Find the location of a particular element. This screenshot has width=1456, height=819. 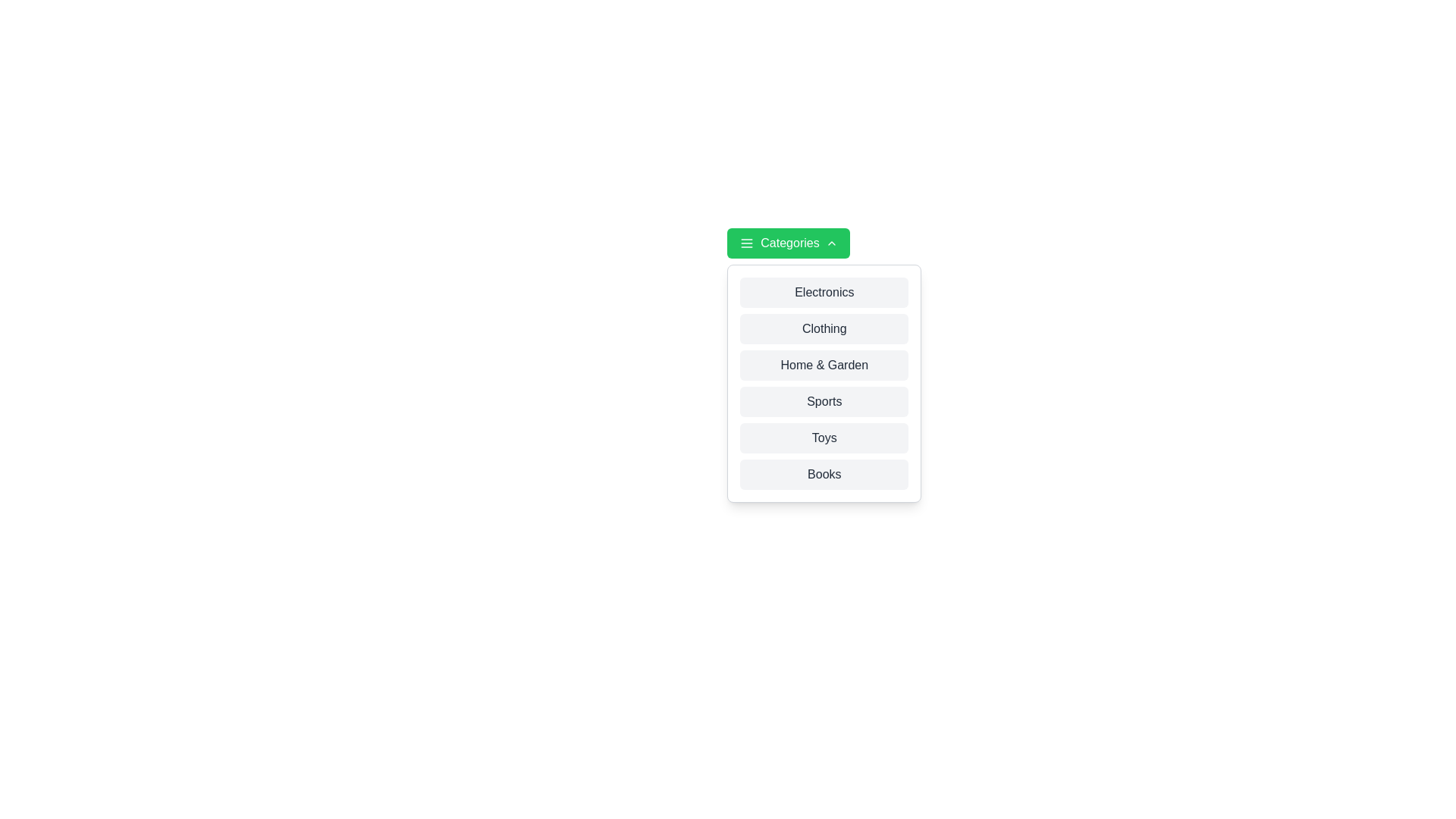

the 'Books' button, which is a horizontally long rectangular button with a light gray background and dark gray text, located at the bottom of the dropdown menu under 'Categories' is located at coordinates (824, 473).